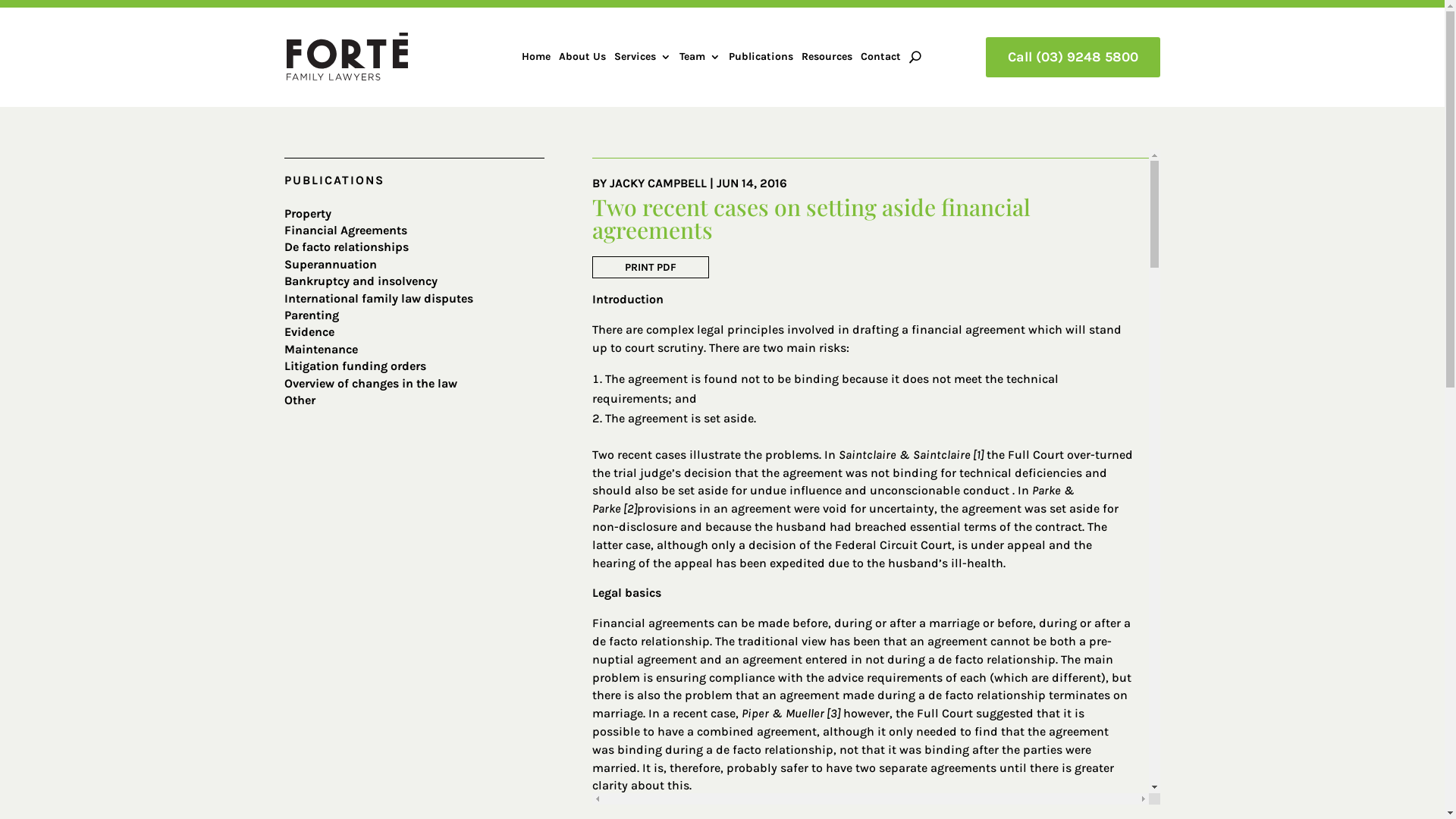 Image resolution: width=1456 pixels, height=819 pixels. What do you see at coordinates (582, 58) in the screenshot?
I see `'About Us'` at bounding box center [582, 58].